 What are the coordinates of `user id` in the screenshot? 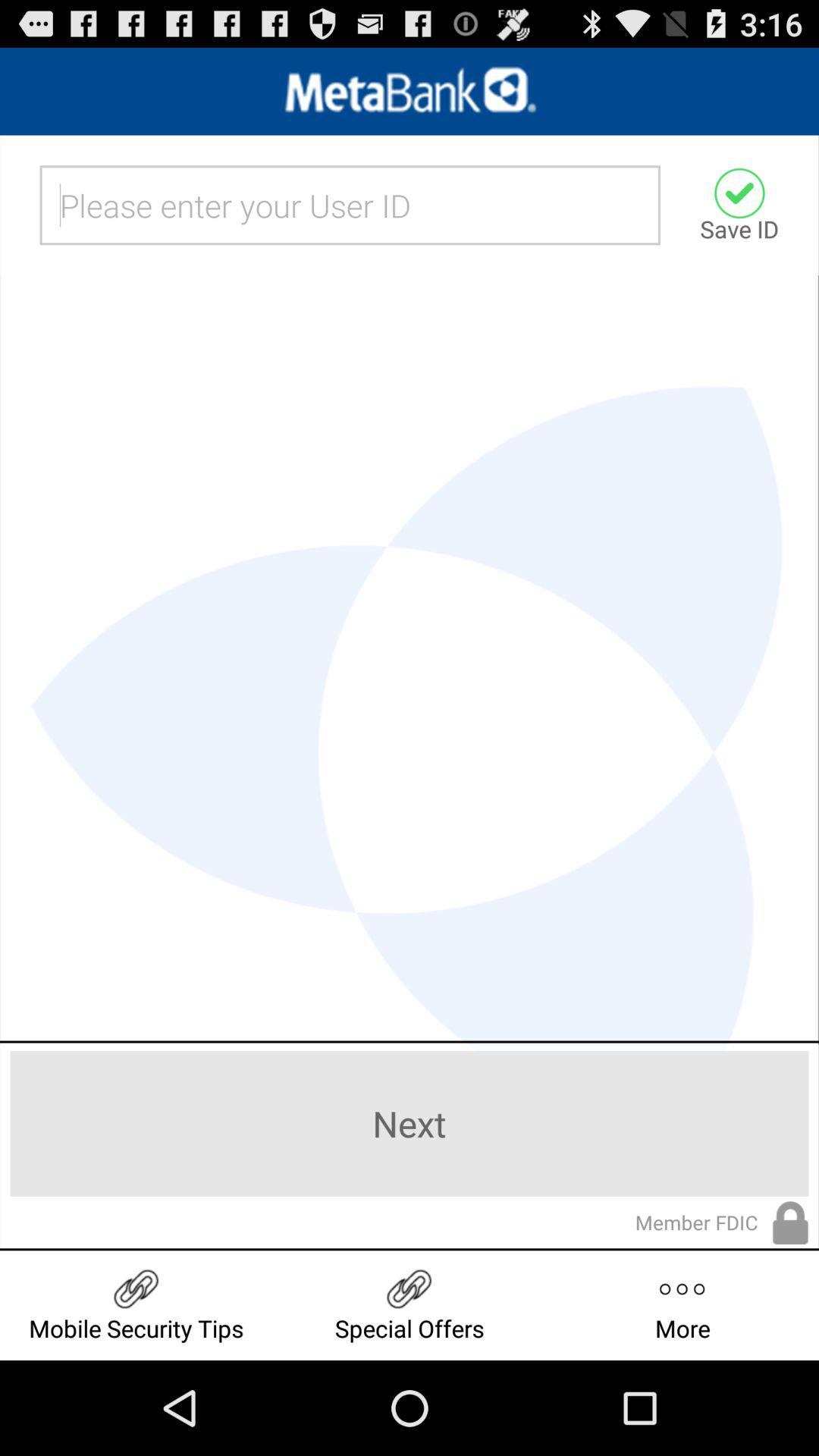 It's located at (350, 204).